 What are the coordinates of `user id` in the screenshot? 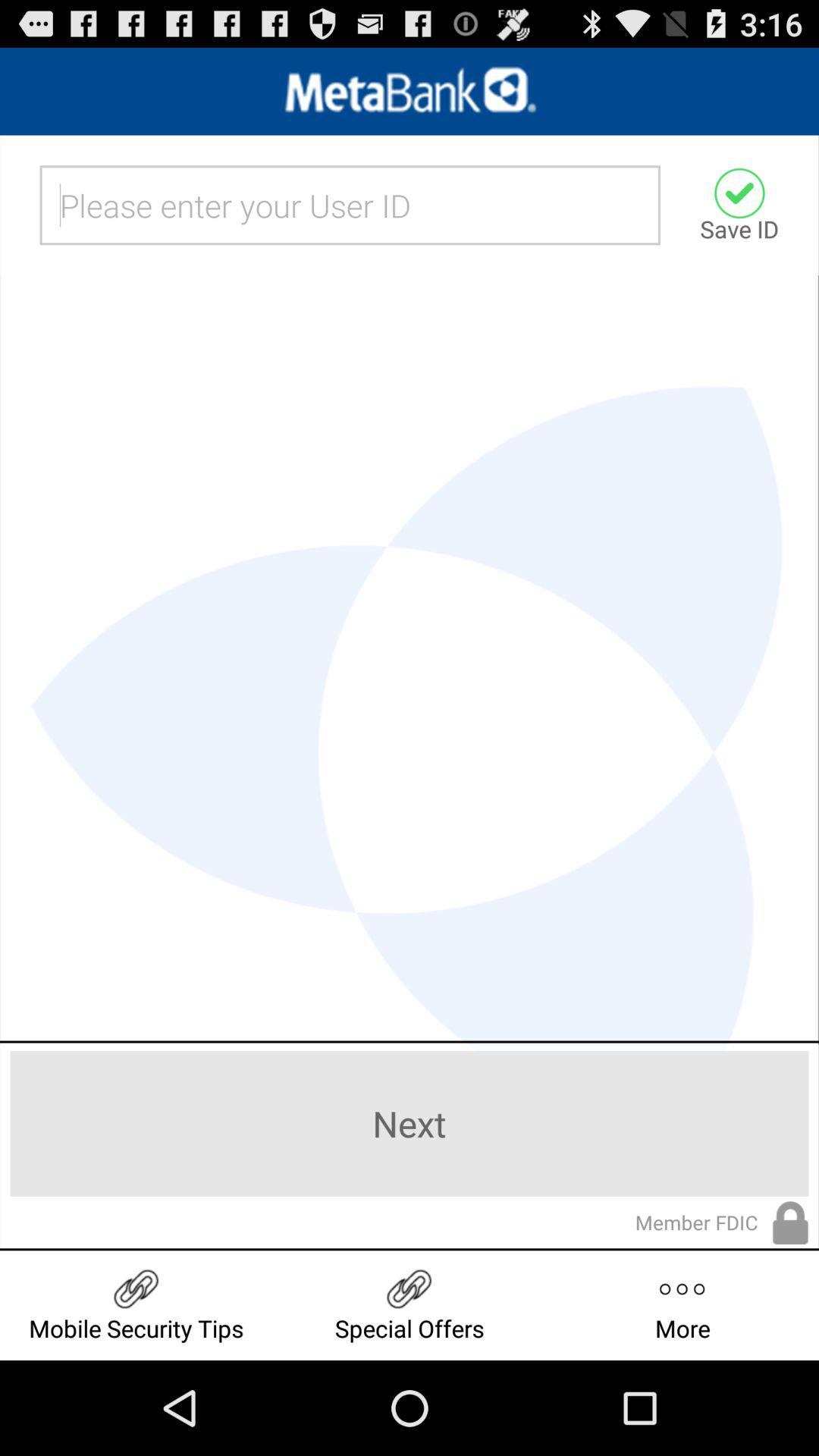 It's located at (350, 204).